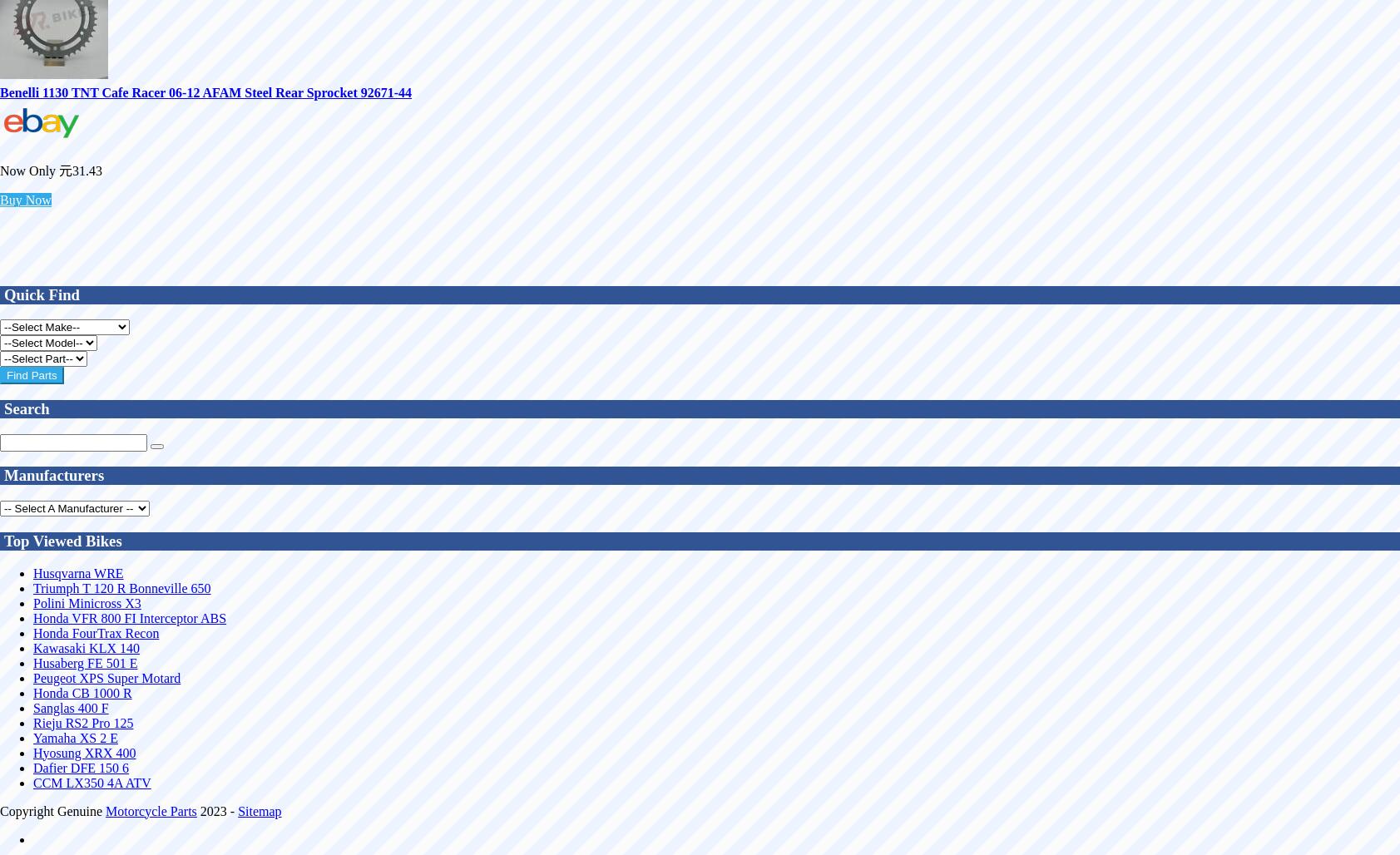 The width and height of the screenshot is (1400, 855). Describe the element at coordinates (80, 767) in the screenshot. I see `'Dafier DFE 150 6'` at that location.